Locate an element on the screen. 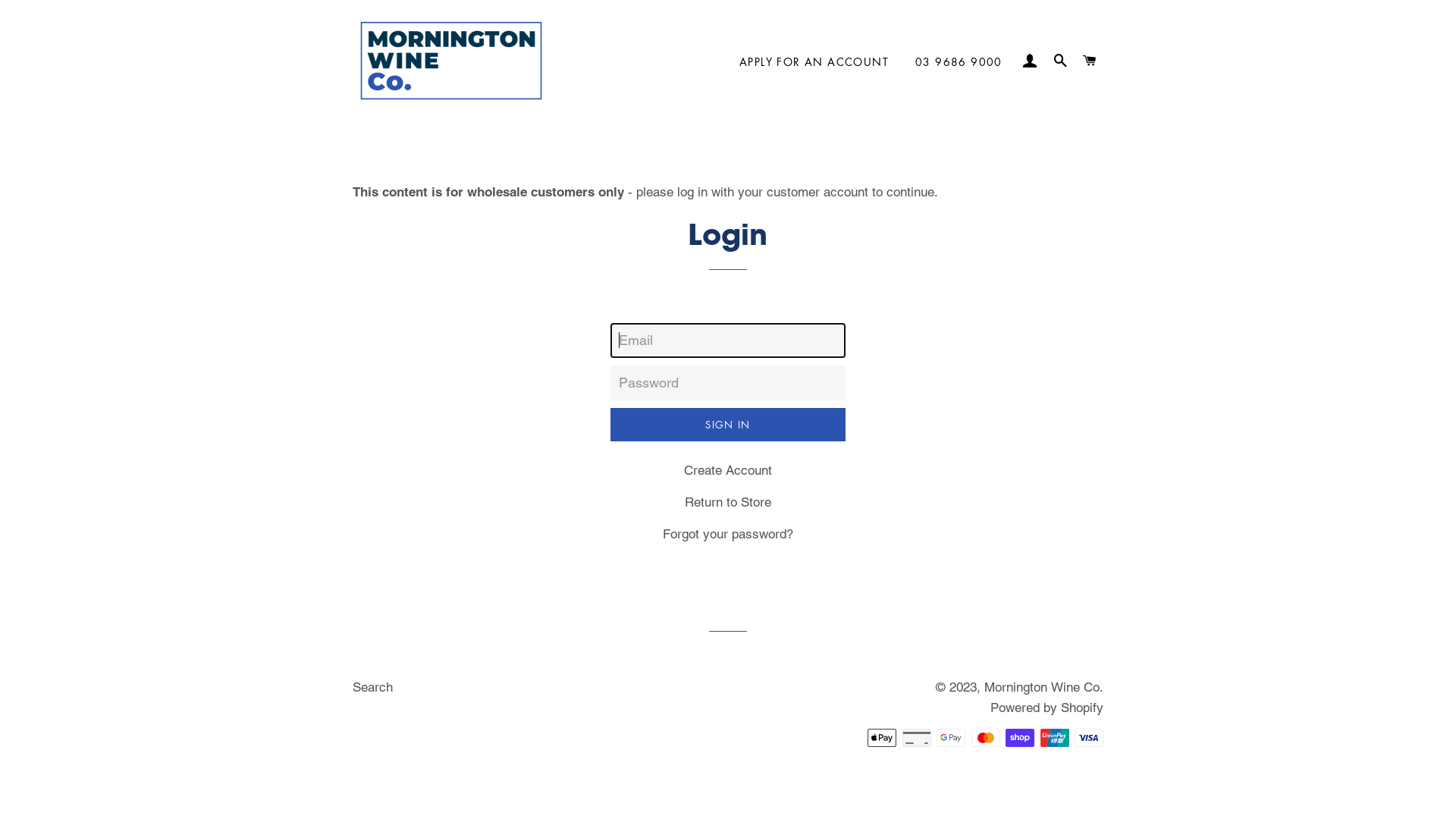 This screenshot has height=819, width=1456. 'Create Account' is located at coordinates (728, 469).